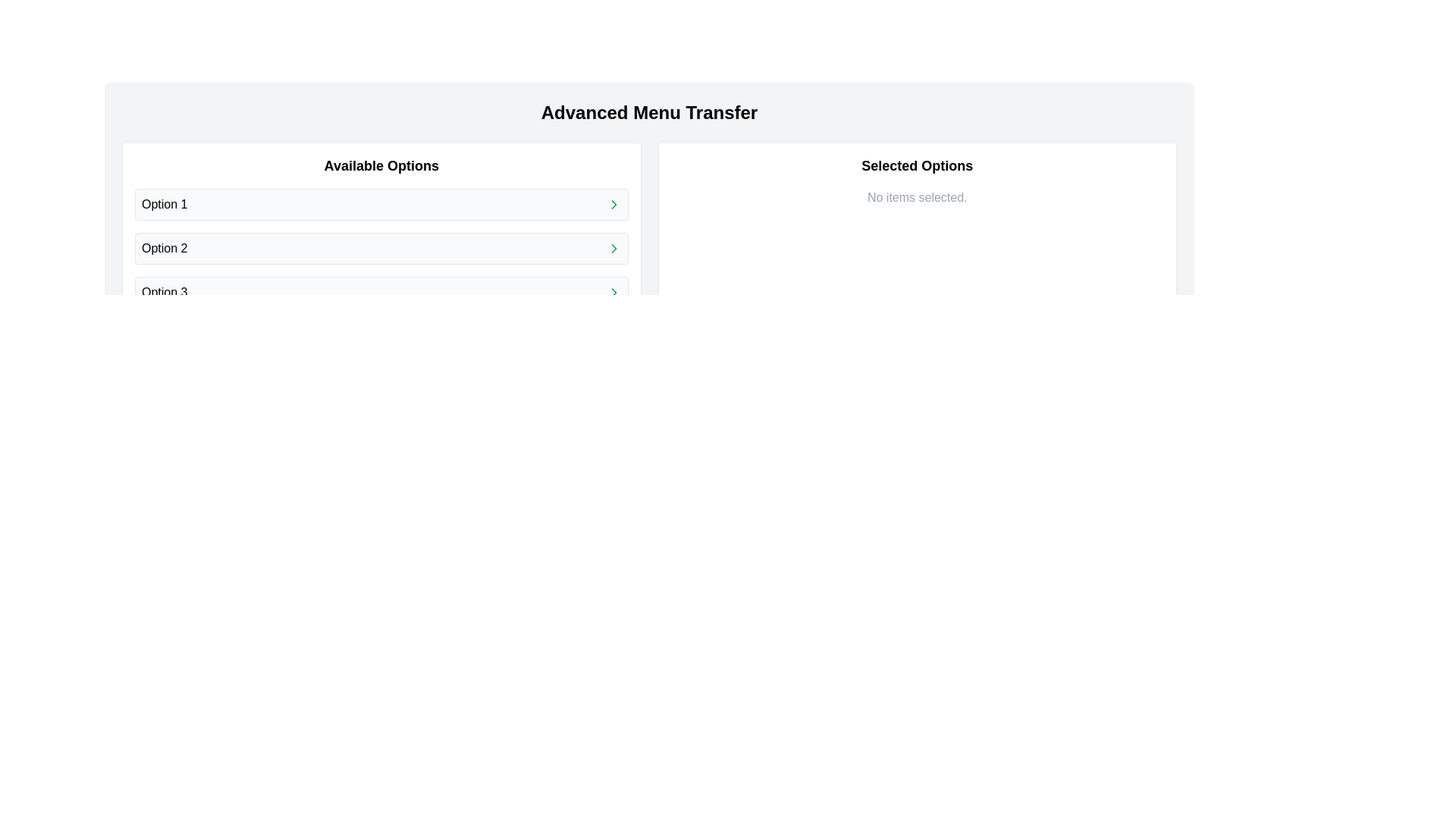  I want to click on the bold text label displaying 'Available Options', which is styled prominently as a header for the associated content, so click(381, 166).